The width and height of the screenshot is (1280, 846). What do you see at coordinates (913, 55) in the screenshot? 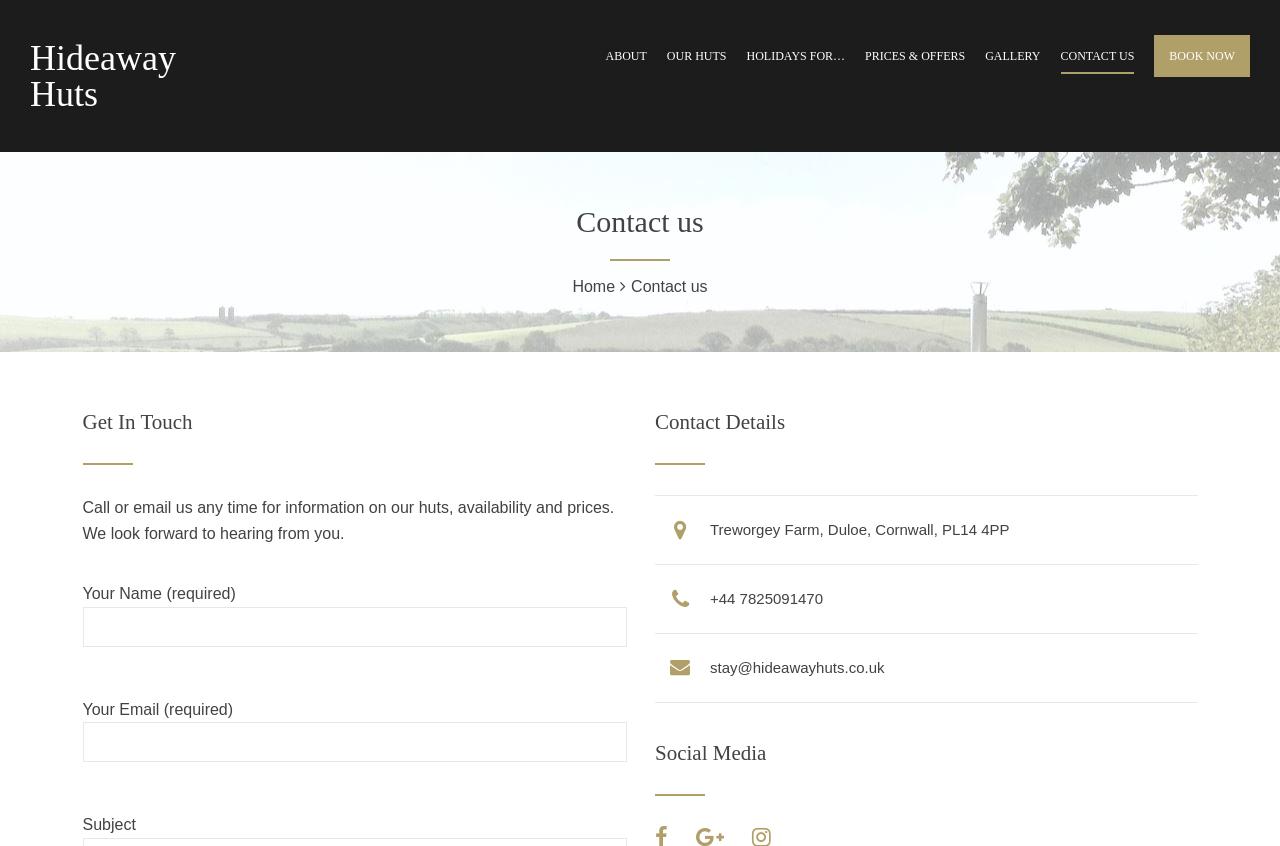
I see `'Prices & Offers'` at bounding box center [913, 55].